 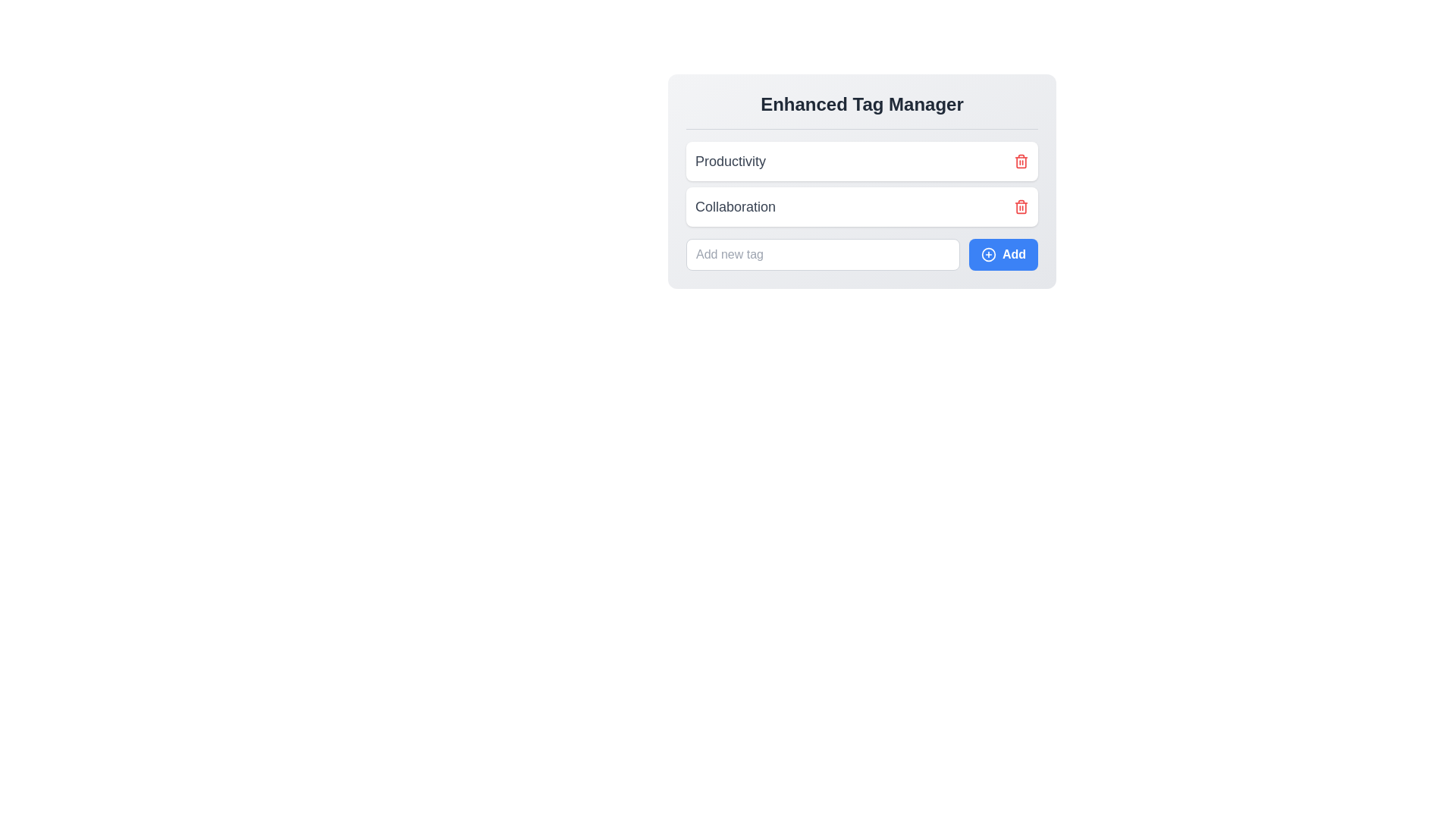 What do you see at coordinates (735, 207) in the screenshot?
I see `the text label displaying 'Collaboration' in a medium-sized, gray font with bold styling, located within a white background card at the top-center of the interface` at bounding box center [735, 207].